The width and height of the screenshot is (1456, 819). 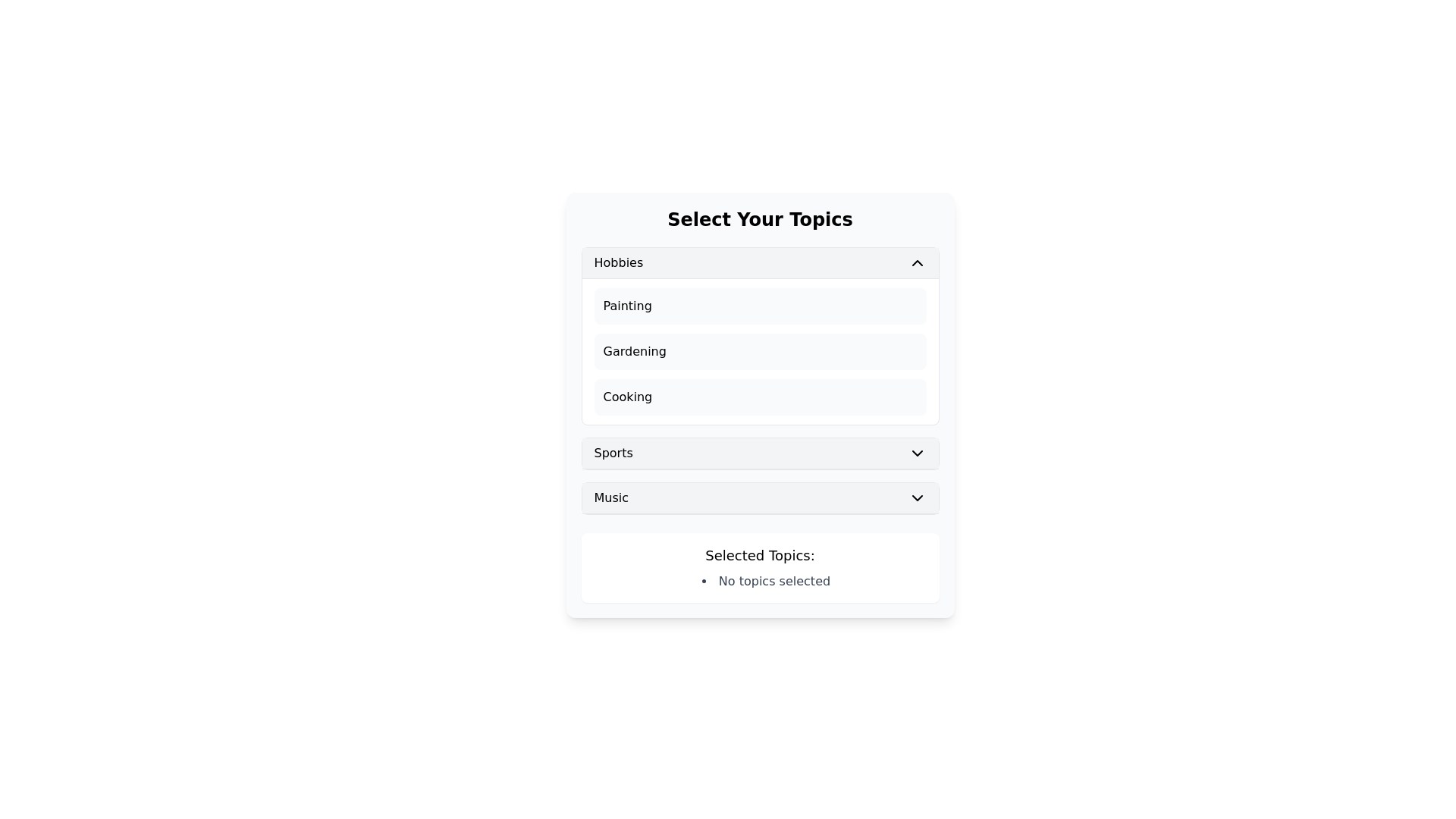 What do you see at coordinates (760, 380) in the screenshot?
I see `to select an item from the dropdown list of hobbies, which includes options like 'Painting', 'Gardening', and 'Cooking'` at bounding box center [760, 380].